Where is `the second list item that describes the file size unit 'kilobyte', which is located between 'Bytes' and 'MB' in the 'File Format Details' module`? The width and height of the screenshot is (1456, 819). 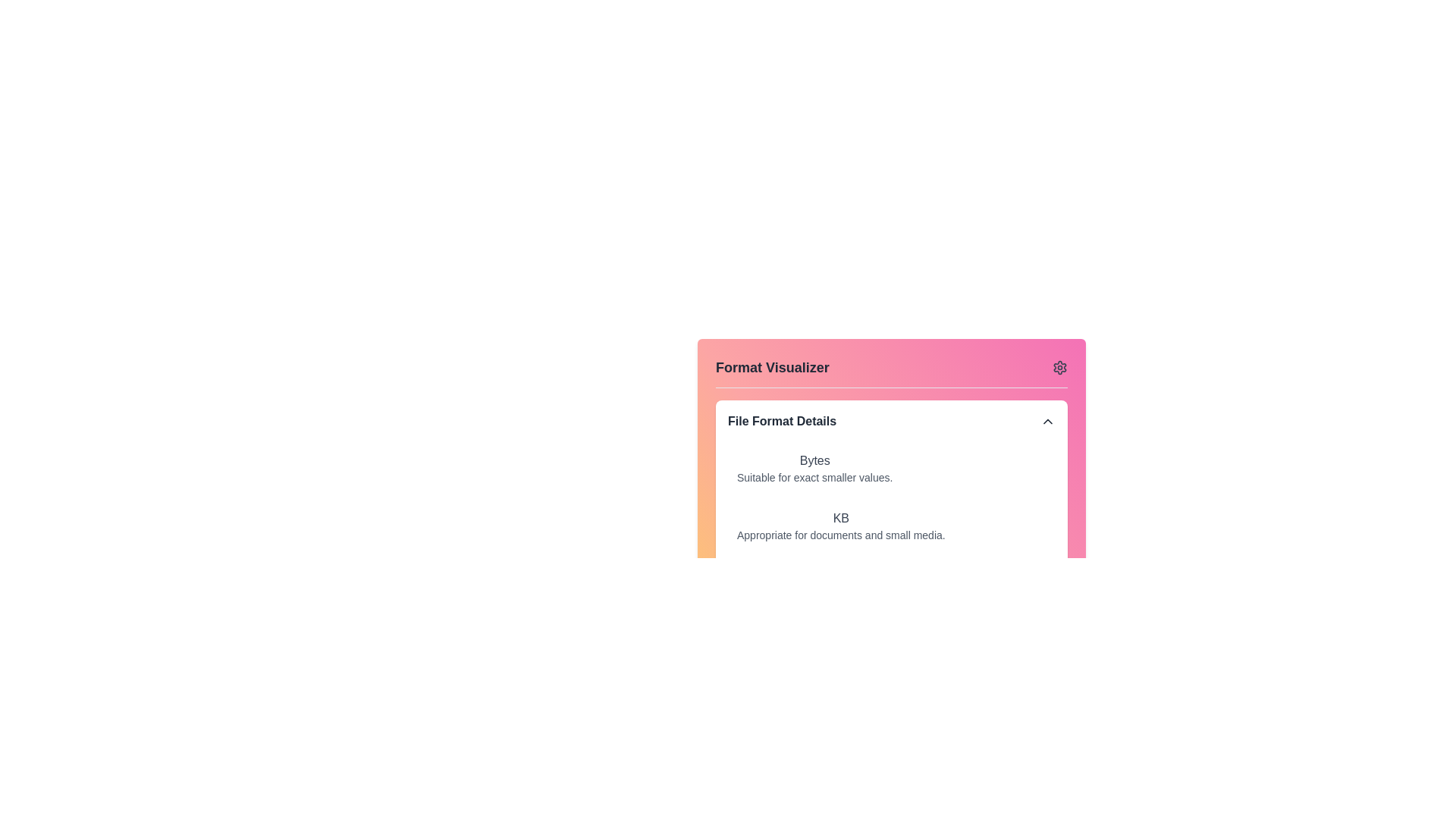
the second list item that describes the file size unit 'kilobyte', which is located between 'Bytes' and 'MB' in the 'File Format Details' module is located at coordinates (892, 526).